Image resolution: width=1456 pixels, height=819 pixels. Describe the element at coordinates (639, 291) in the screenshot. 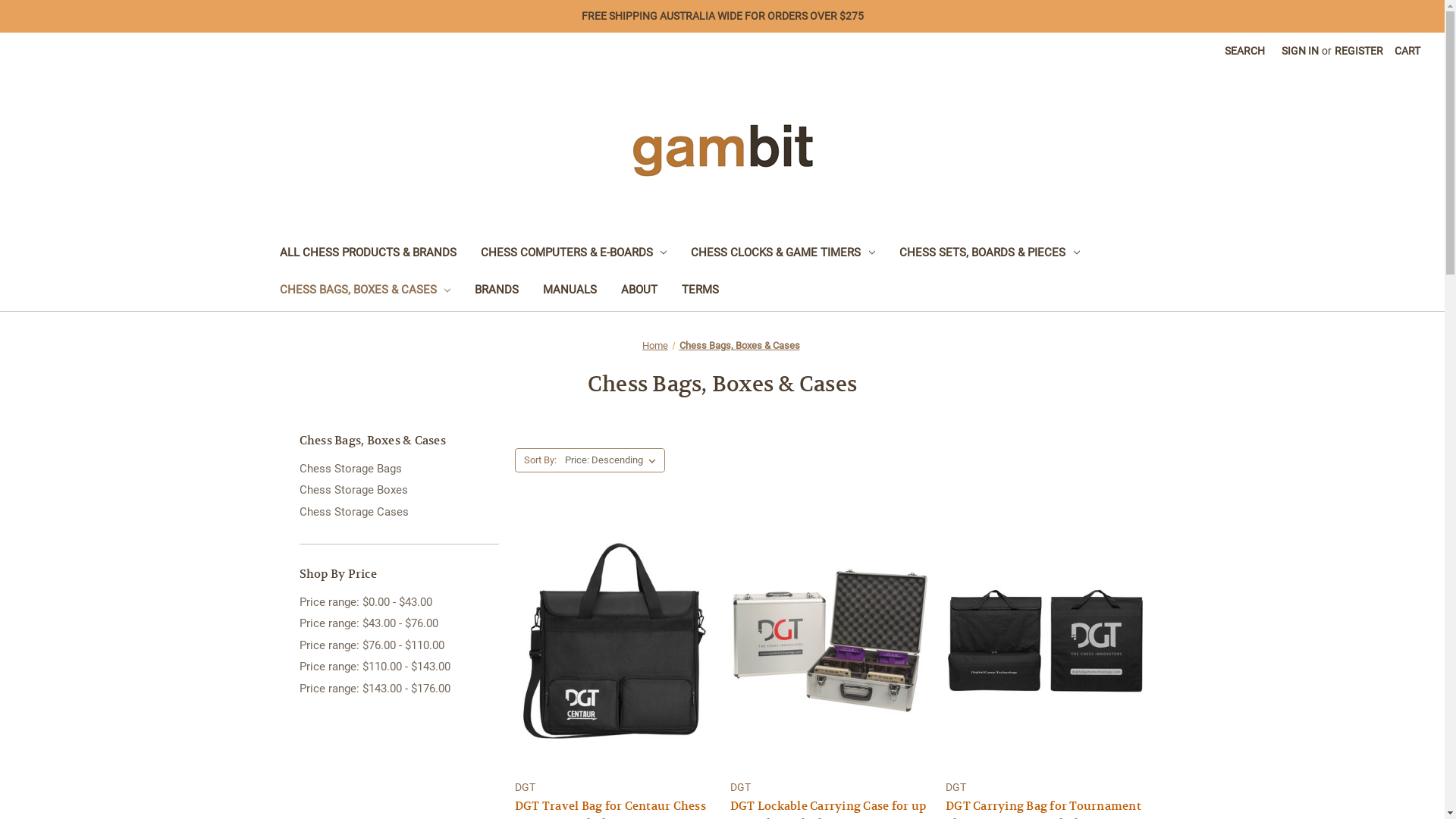

I see `'ABOUT'` at that location.